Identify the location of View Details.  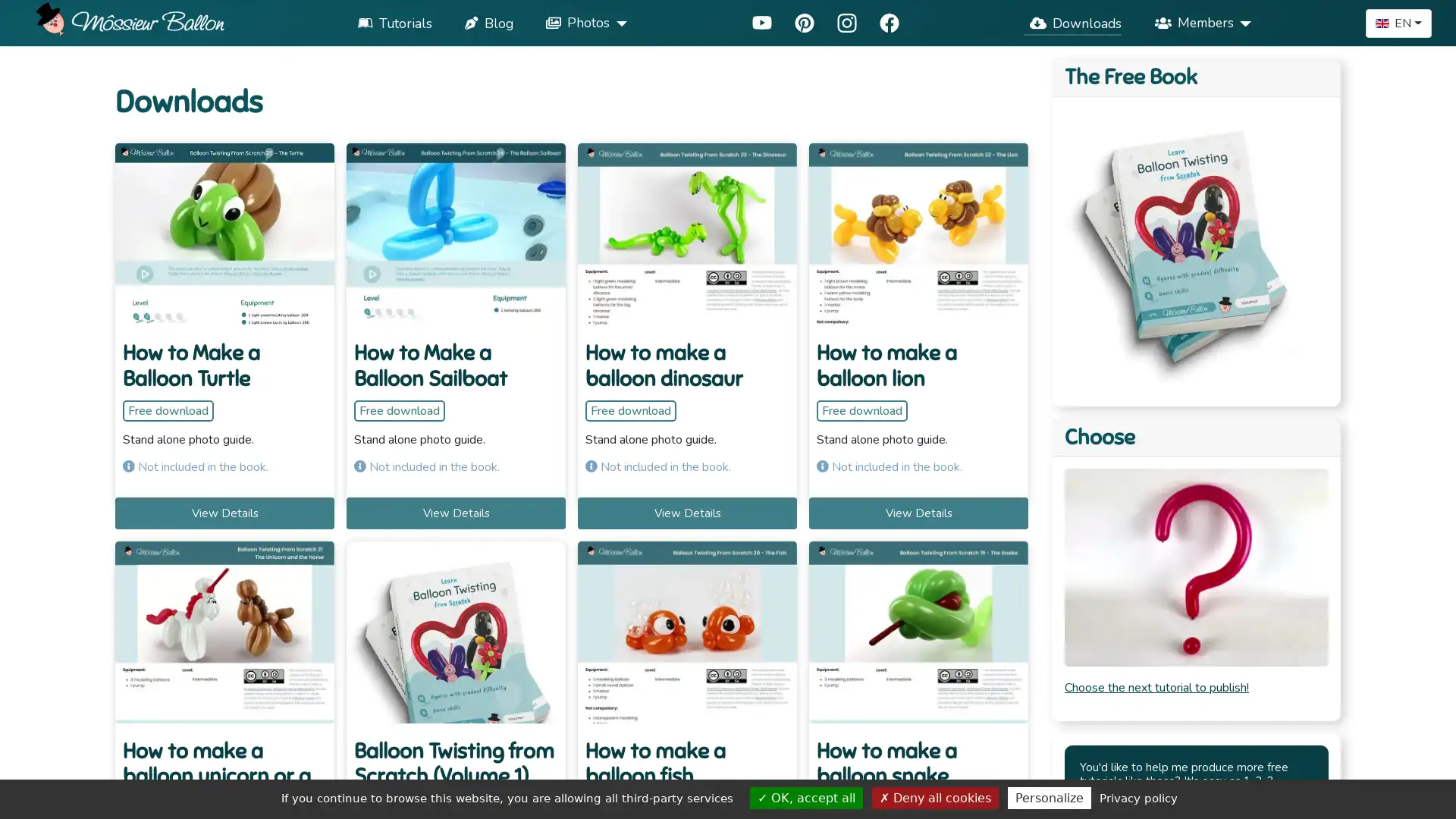
(224, 512).